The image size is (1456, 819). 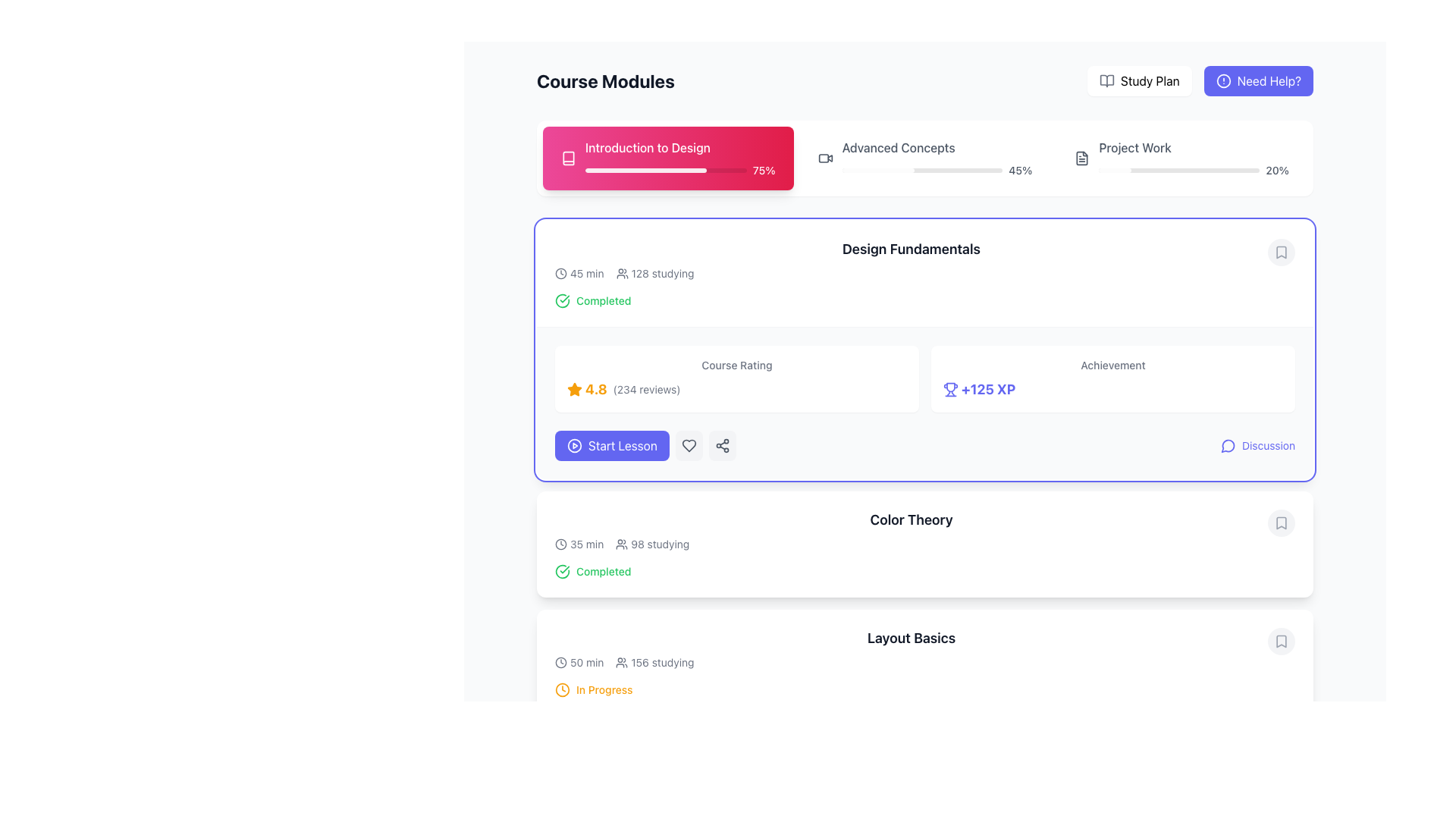 I want to click on the Bookmark icon located at the top-right corner of the 'Color Theory' module card, so click(x=1280, y=522).